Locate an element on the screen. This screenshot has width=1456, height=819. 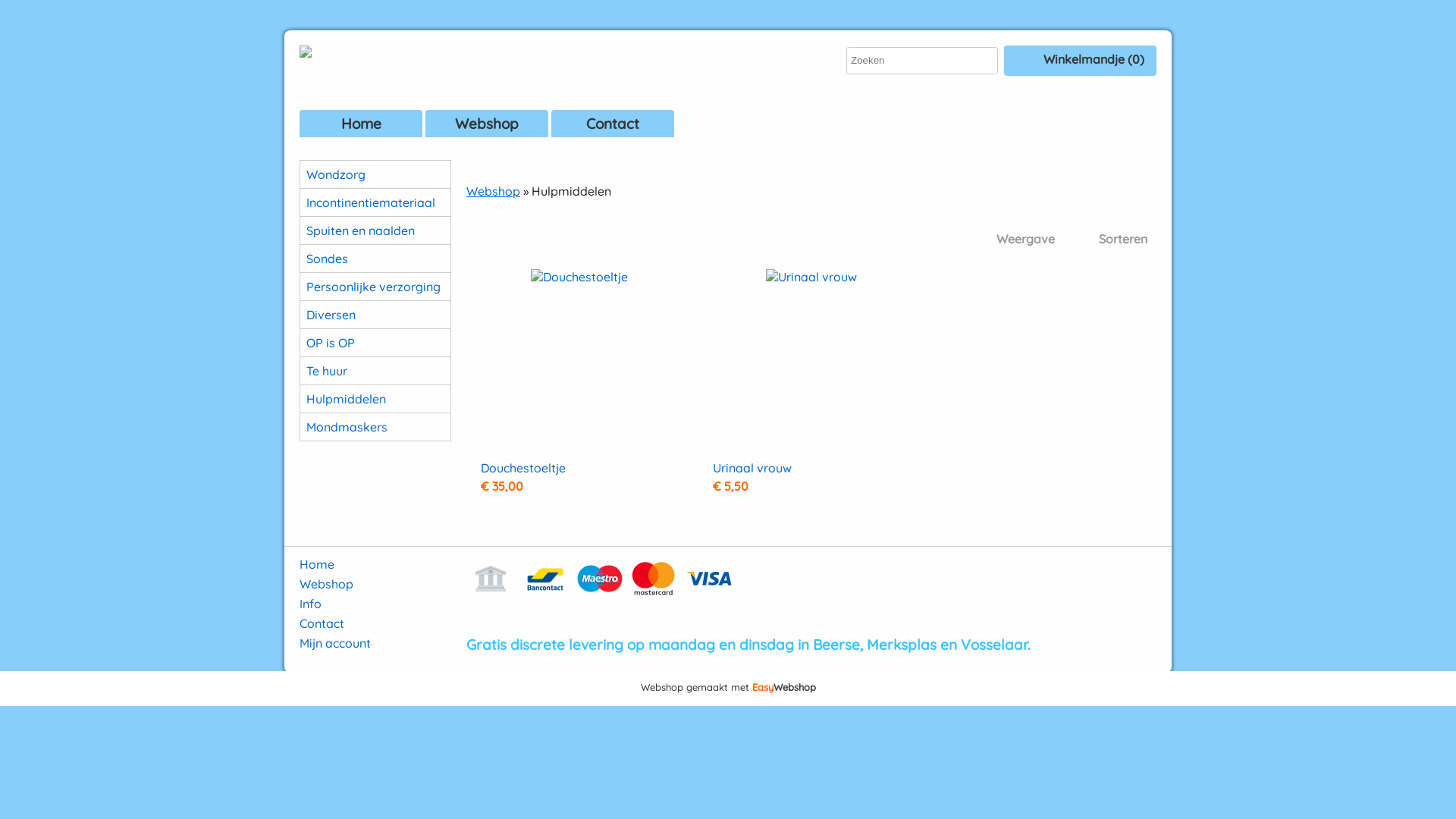
'Sondes' is located at coordinates (300, 257).